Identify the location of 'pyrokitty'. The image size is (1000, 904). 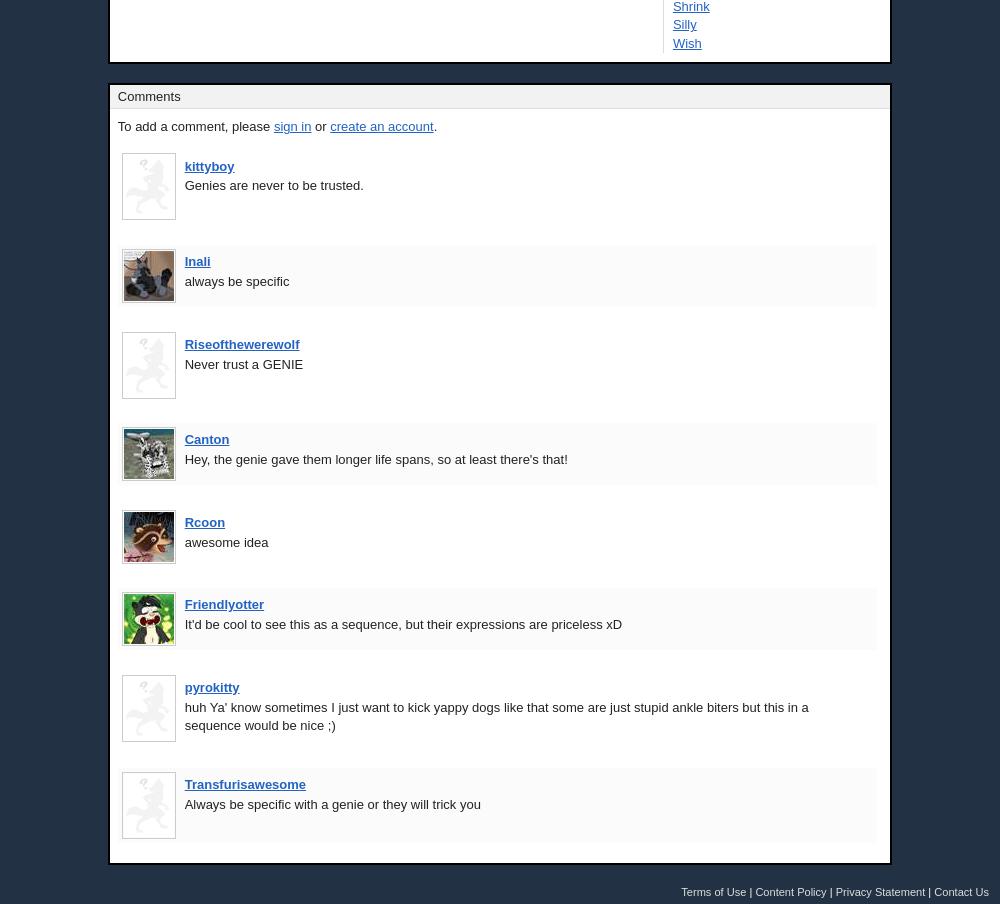
(210, 686).